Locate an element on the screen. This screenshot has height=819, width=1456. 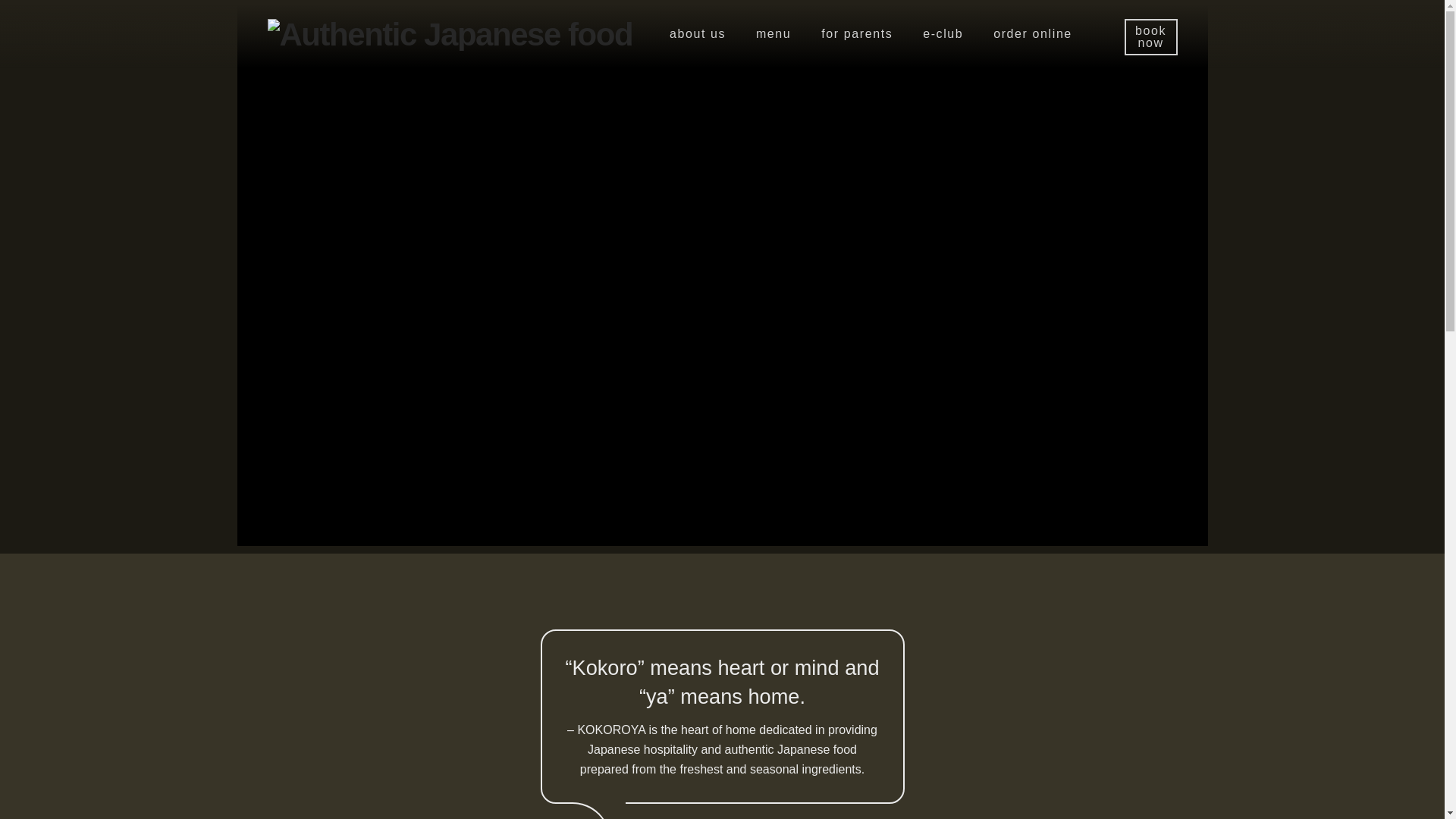
'e-club' is located at coordinates (942, 34).